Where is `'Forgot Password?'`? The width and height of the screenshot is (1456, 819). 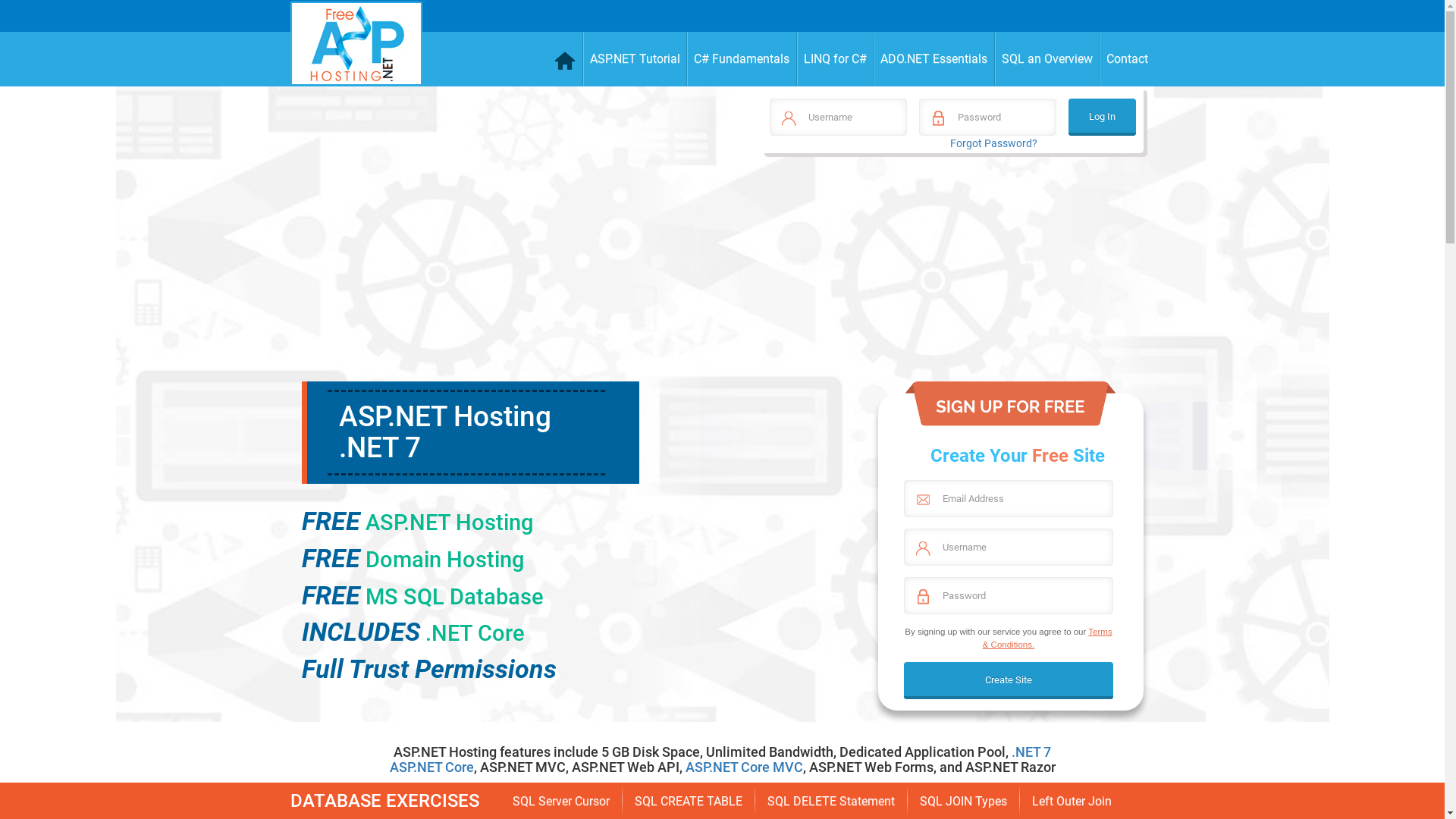 'Forgot Password?' is located at coordinates (993, 143).